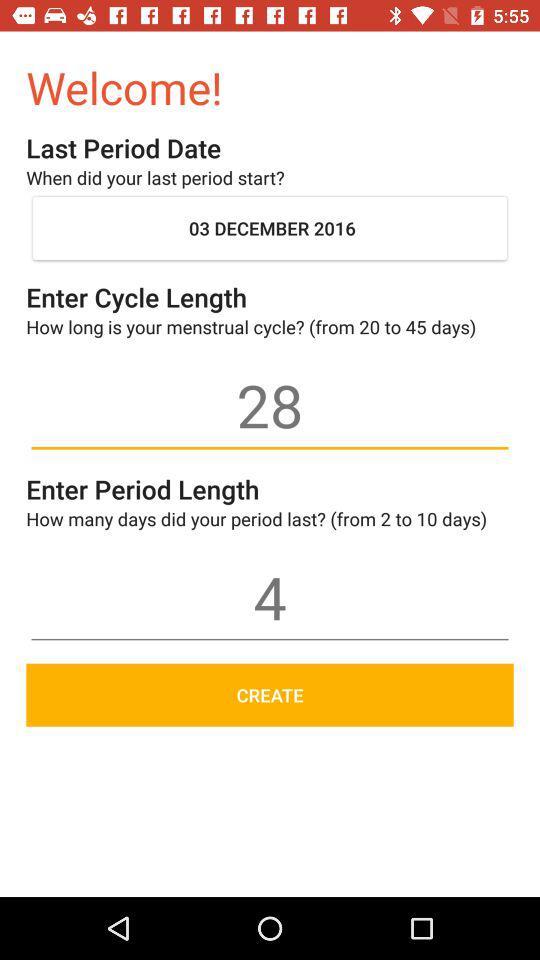 The width and height of the screenshot is (540, 960). What do you see at coordinates (270, 597) in the screenshot?
I see `4 icon` at bounding box center [270, 597].